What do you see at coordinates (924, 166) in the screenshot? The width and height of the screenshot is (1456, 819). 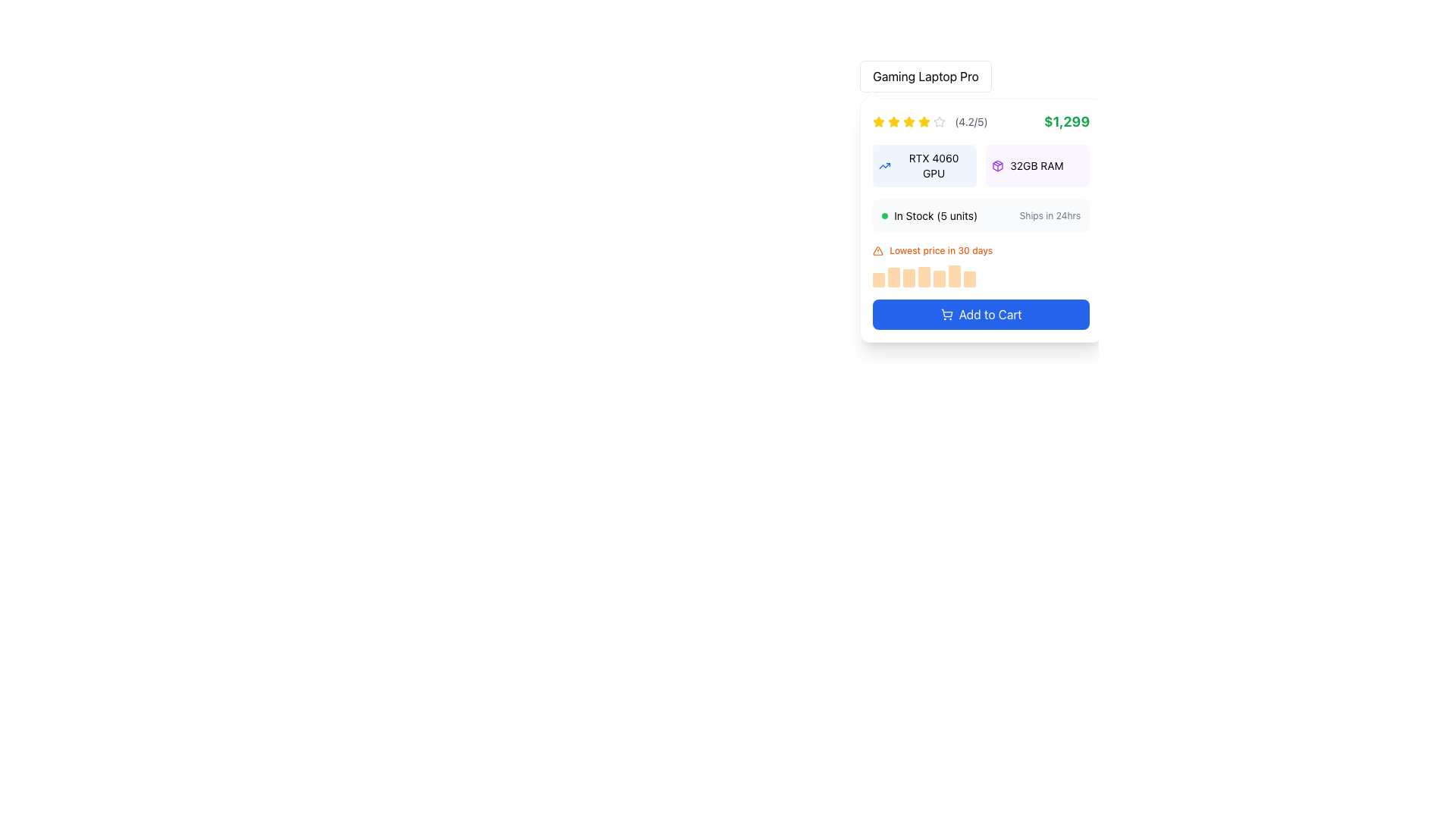 I see `the informational tag labeled 'RTX 4060 GPU' which has a light blue background and an upward trending arrow icon` at bounding box center [924, 166].